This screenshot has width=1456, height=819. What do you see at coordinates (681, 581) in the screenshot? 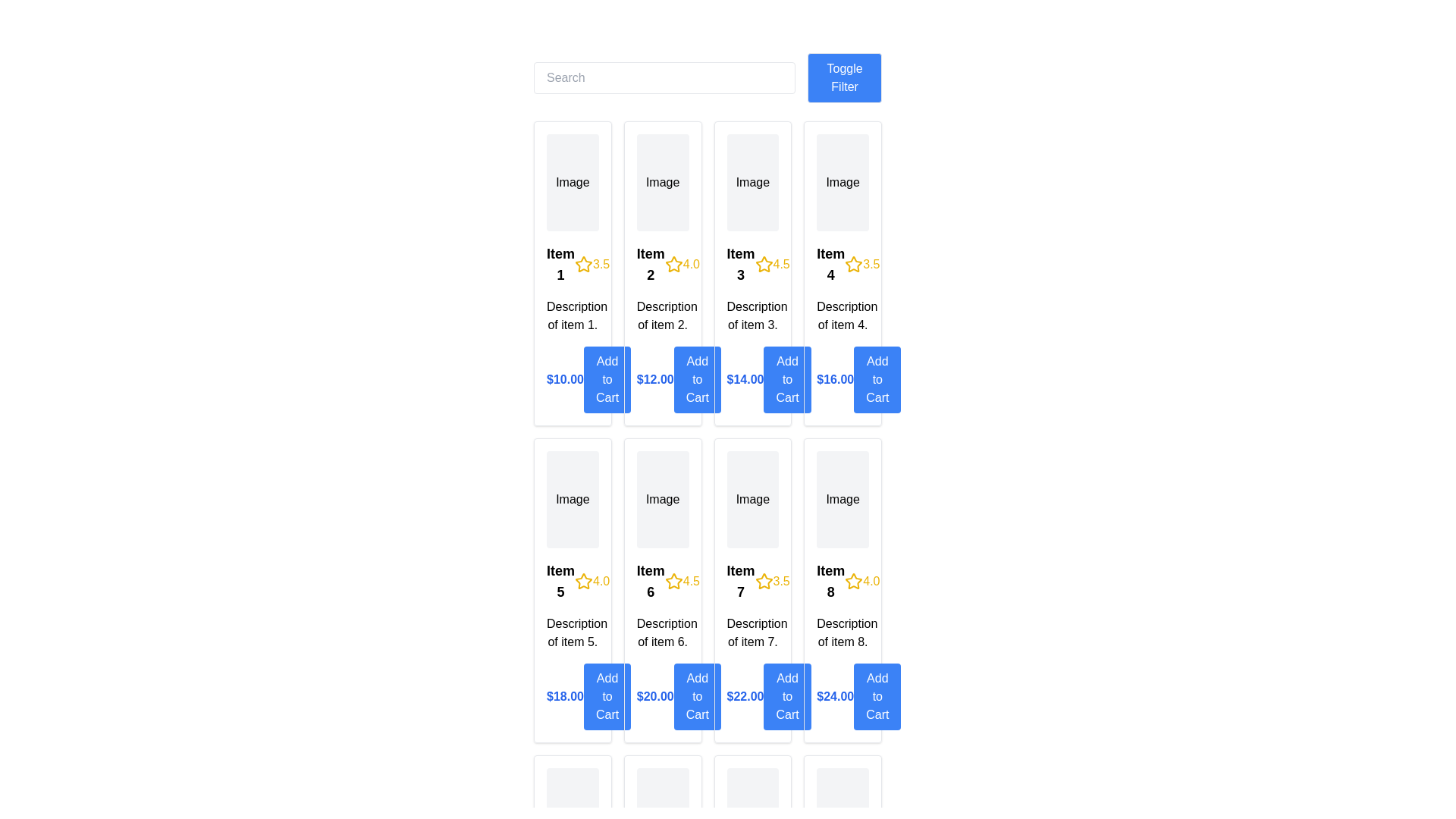
I see `rating value displayed in the Rating display for Item 6, which shows a star icon and the numeric value '4.5'` at bounding box center [681, 581].